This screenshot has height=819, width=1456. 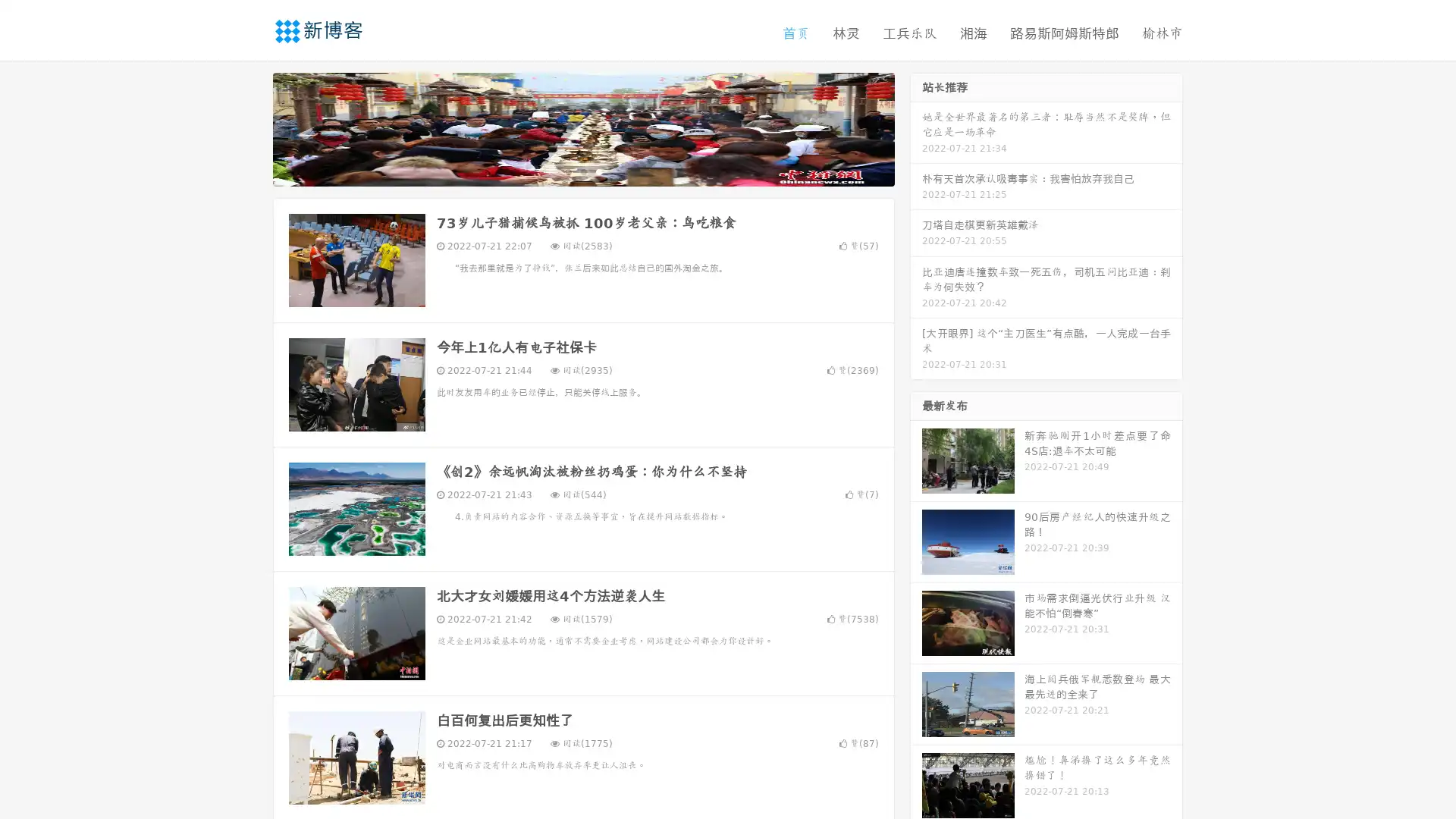 What do you see at coordinates (582, 171) in the screenshot?
I see `Go to slide 2` at bounding box center [582, 171].